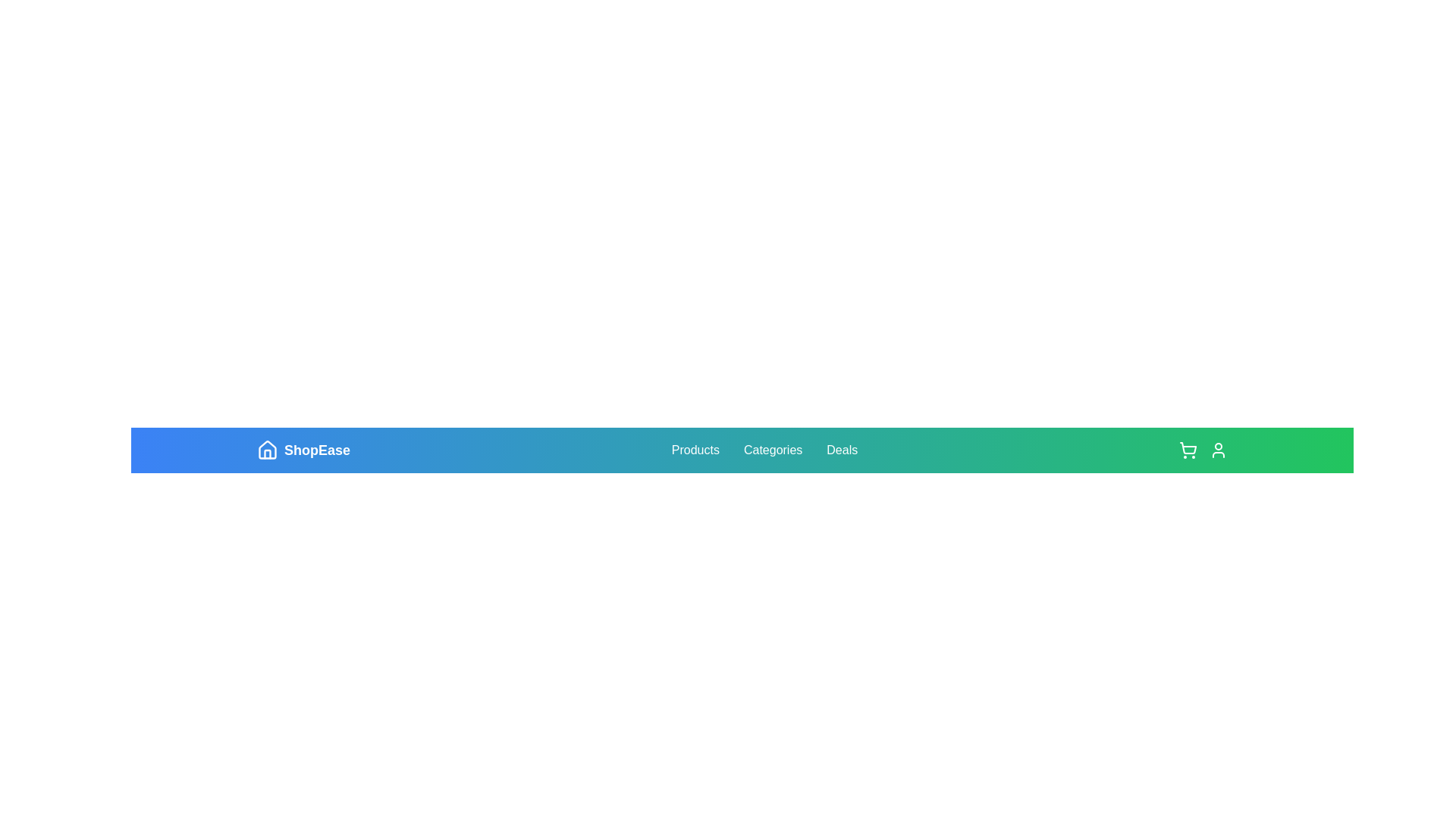 This screenshot has height=819, width=1456. I want to click on the interactive text link labeled 'Products', so click(695, 450).